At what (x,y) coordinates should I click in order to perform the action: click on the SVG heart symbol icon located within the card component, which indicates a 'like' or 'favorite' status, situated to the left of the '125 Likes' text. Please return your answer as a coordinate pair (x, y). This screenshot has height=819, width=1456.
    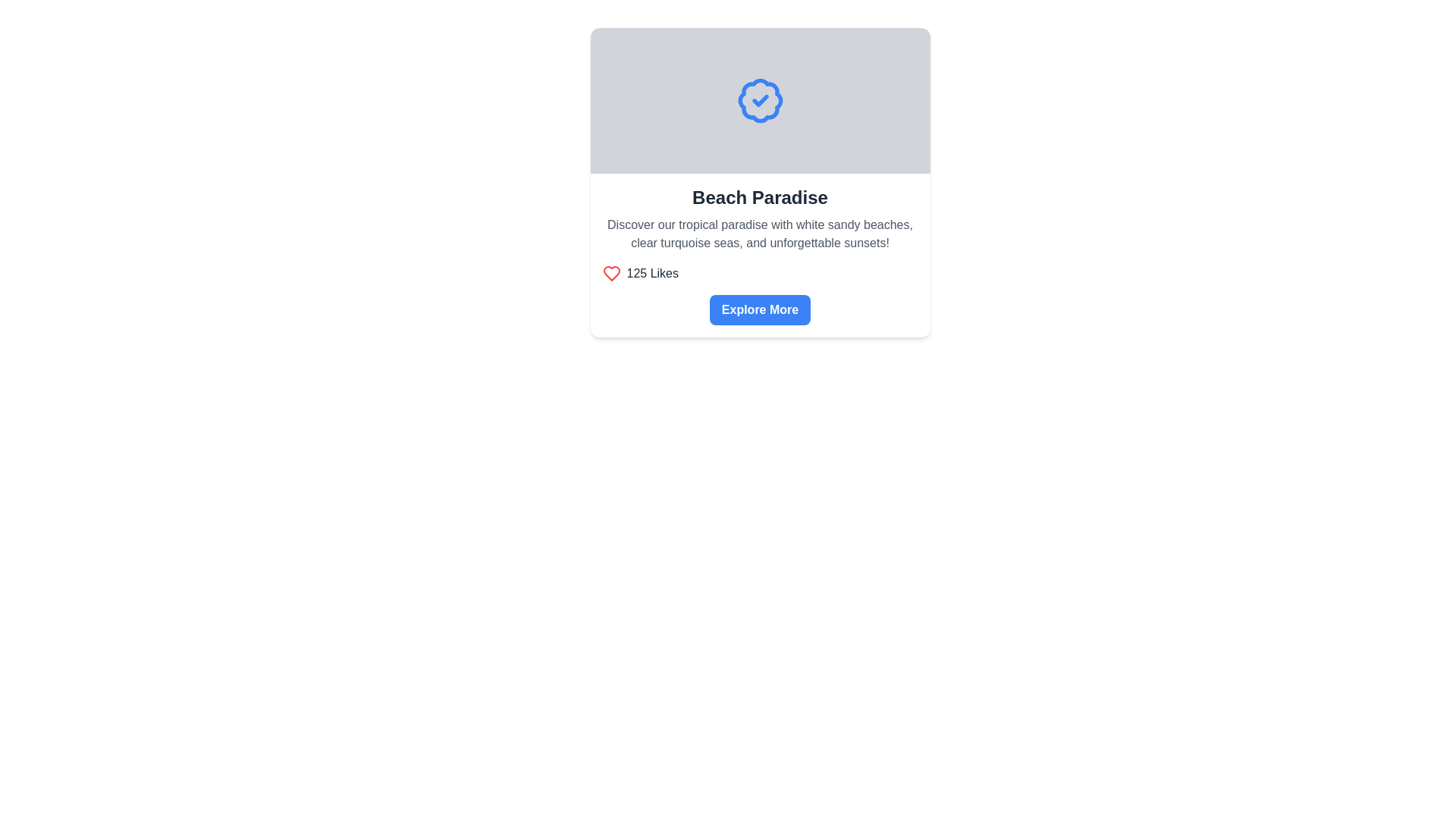
    Looking at the image, I should click on (611, 274).